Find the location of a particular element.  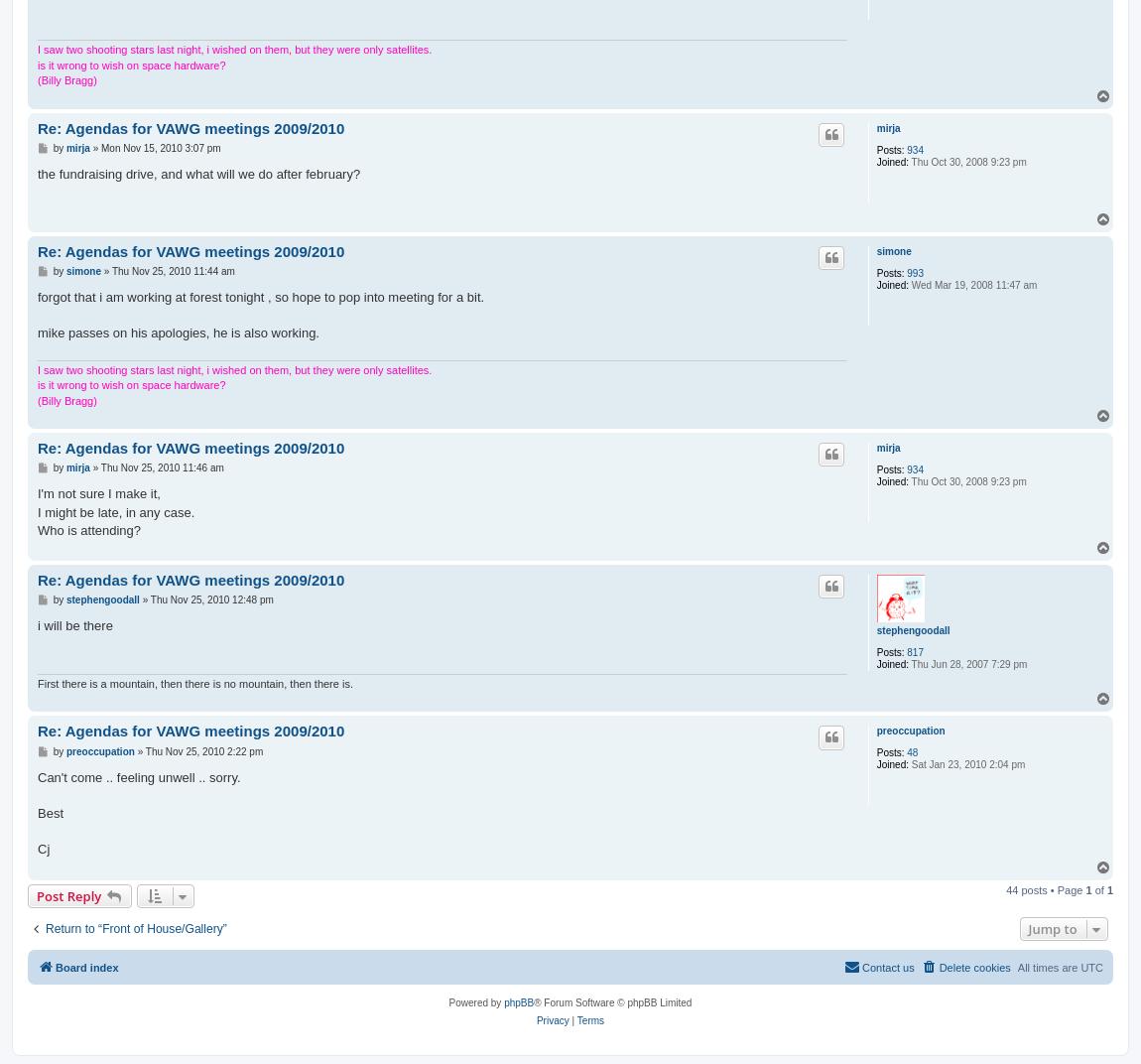

'of' is located at coordinates (1098, 888).